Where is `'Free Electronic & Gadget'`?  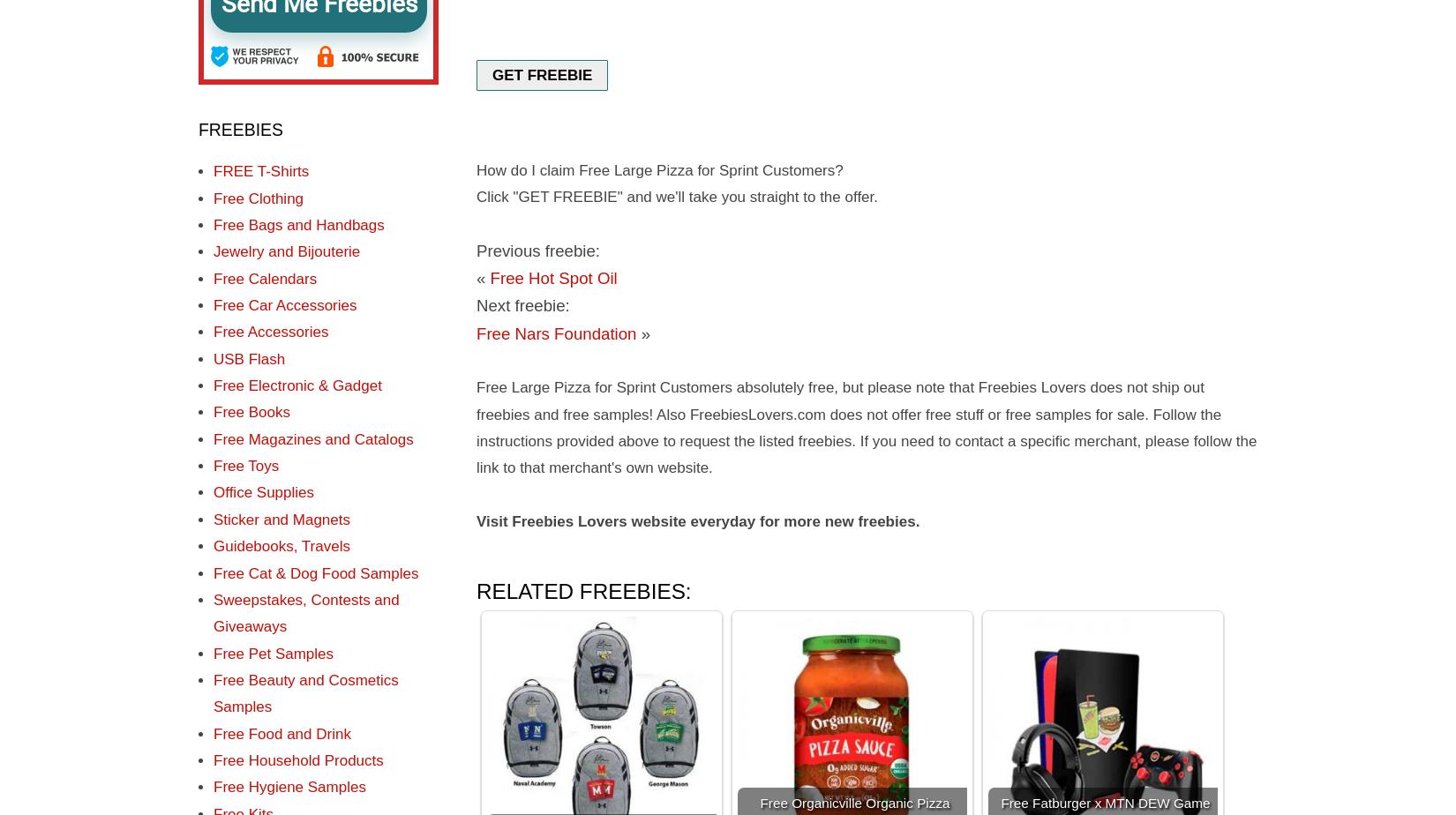 'Free Electronic & Gadget' is located at coordinates (296, 385).